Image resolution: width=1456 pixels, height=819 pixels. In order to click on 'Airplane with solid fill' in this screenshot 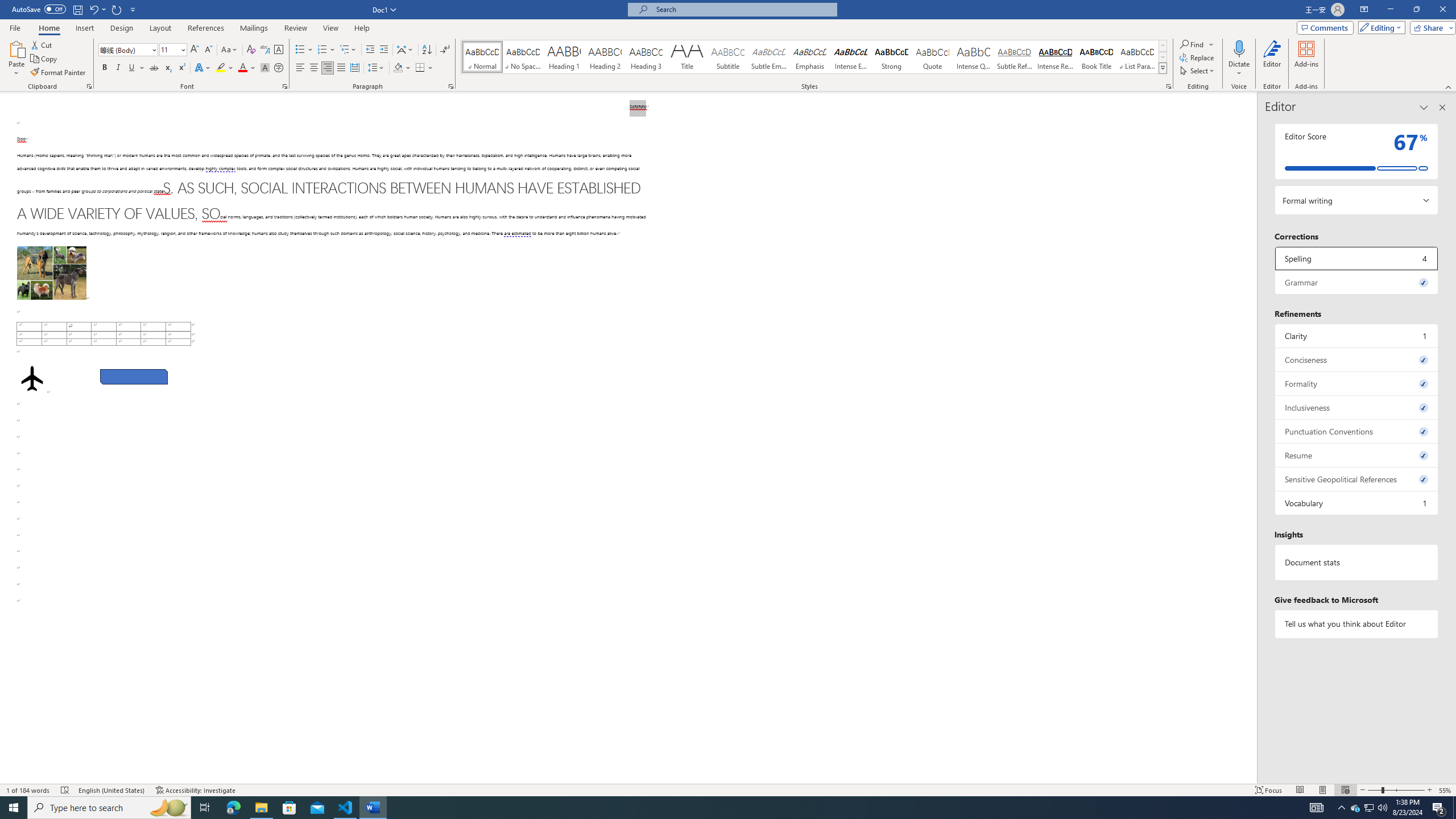, I will do `click(32, 379)`.